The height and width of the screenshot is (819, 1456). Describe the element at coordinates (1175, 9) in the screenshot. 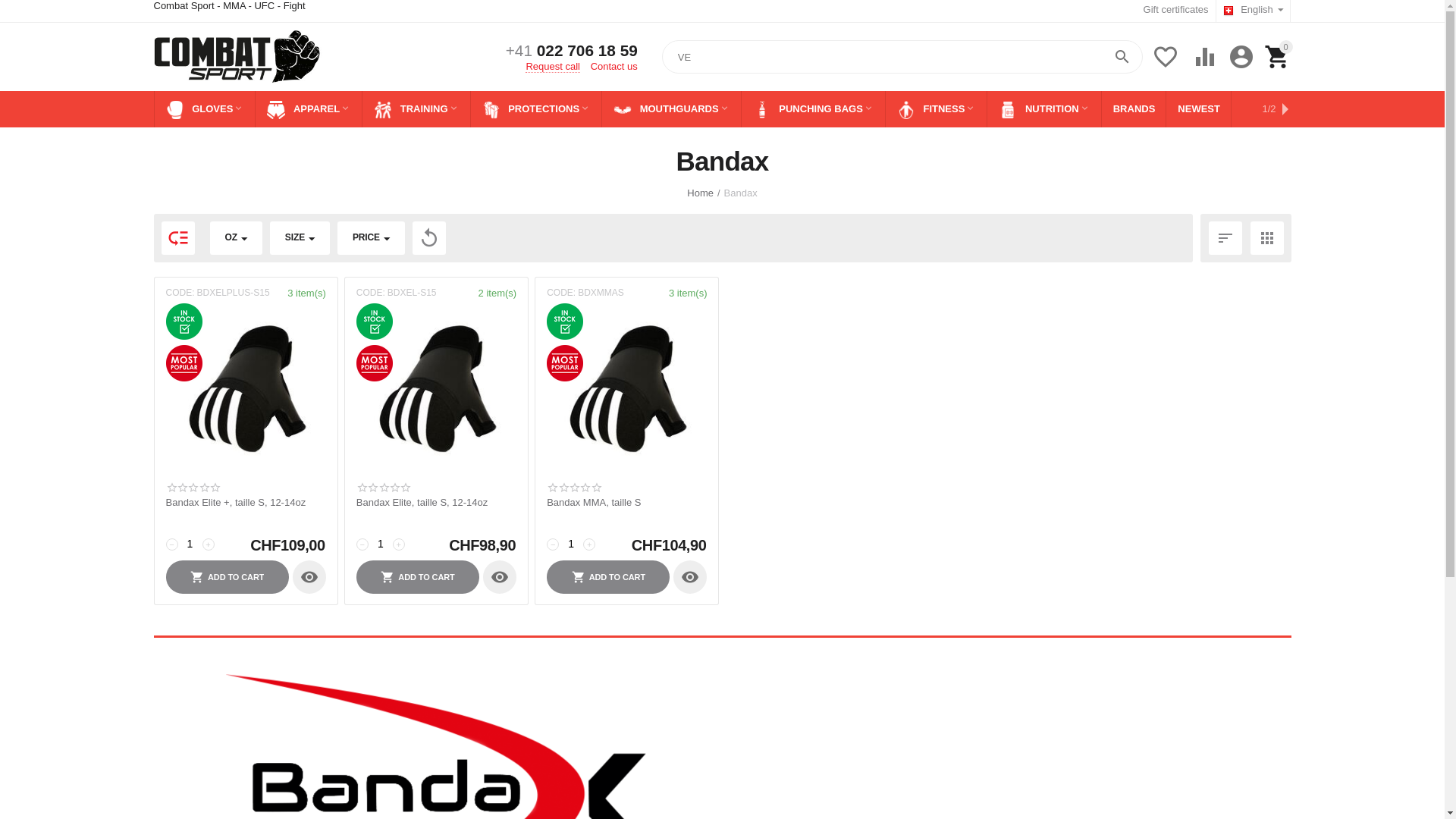

I see `'Gift certificates'` at that location.